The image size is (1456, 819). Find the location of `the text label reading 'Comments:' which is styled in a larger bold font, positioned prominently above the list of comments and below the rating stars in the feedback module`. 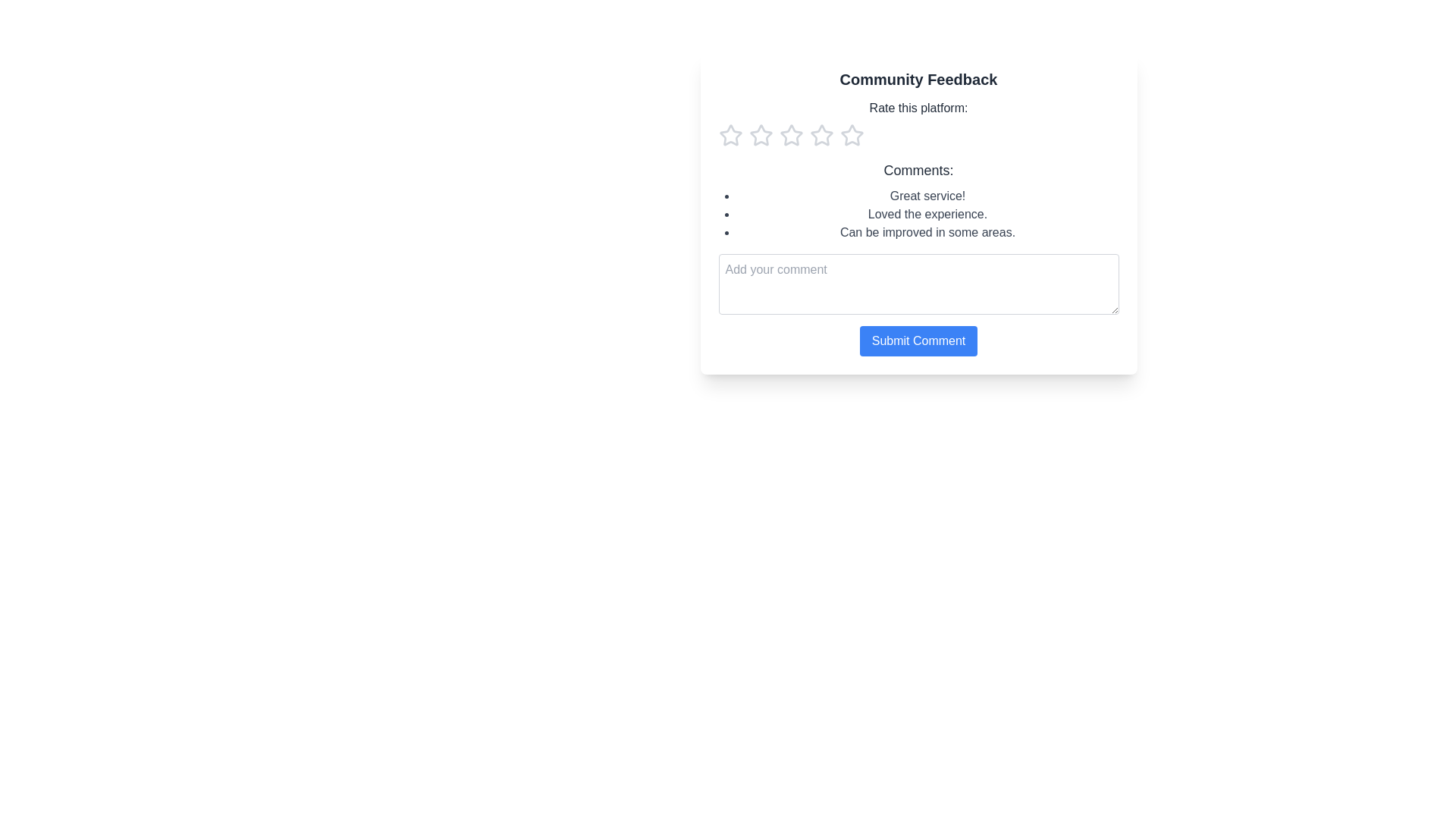

the text label reading 'Comments:' which is styled in a larger bold font, positioned prominently above the list of comments and below the rating stars in the feedback module is located at coordinates (918, 170).